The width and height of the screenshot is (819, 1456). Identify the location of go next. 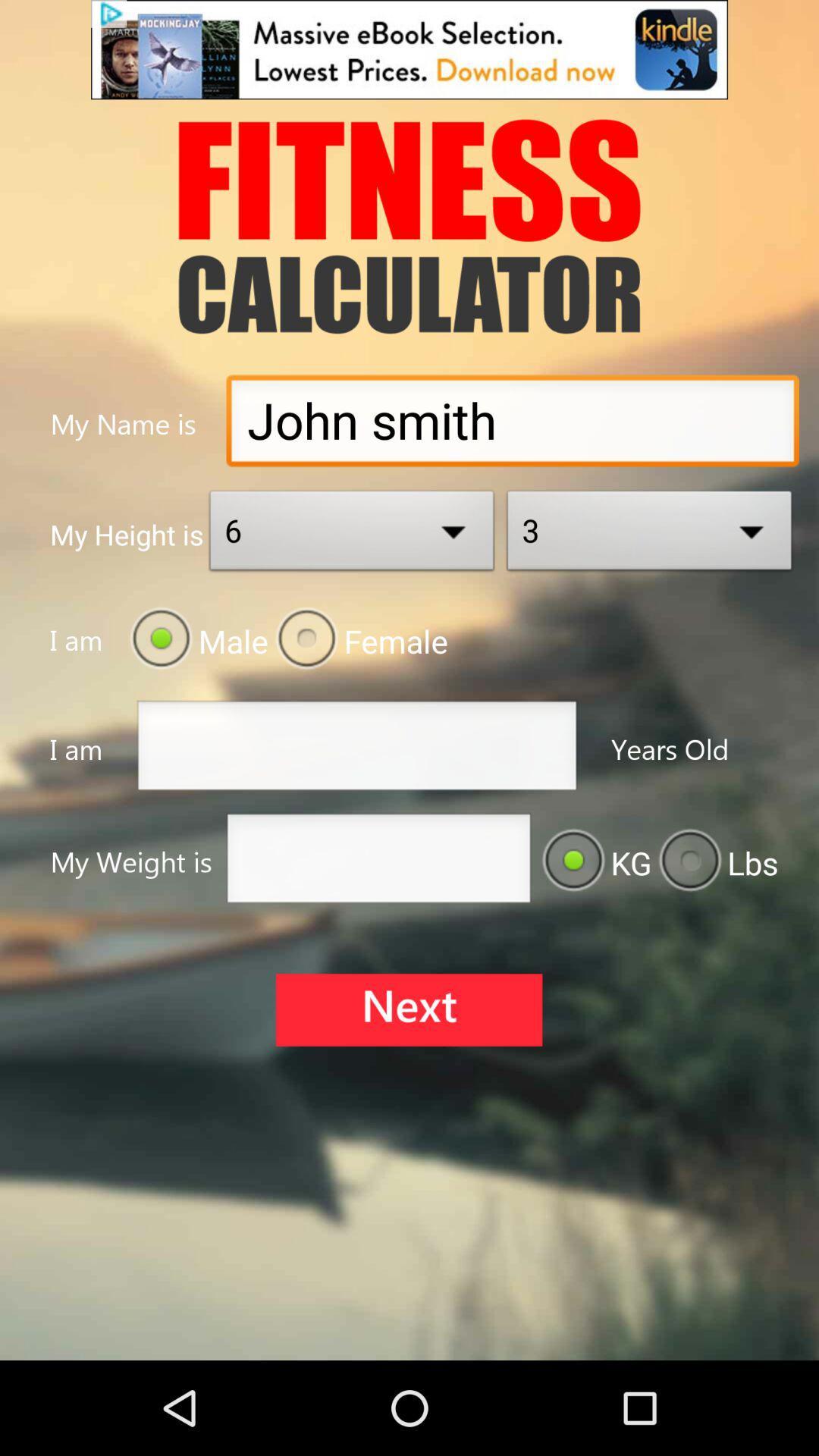
(408, 1009).